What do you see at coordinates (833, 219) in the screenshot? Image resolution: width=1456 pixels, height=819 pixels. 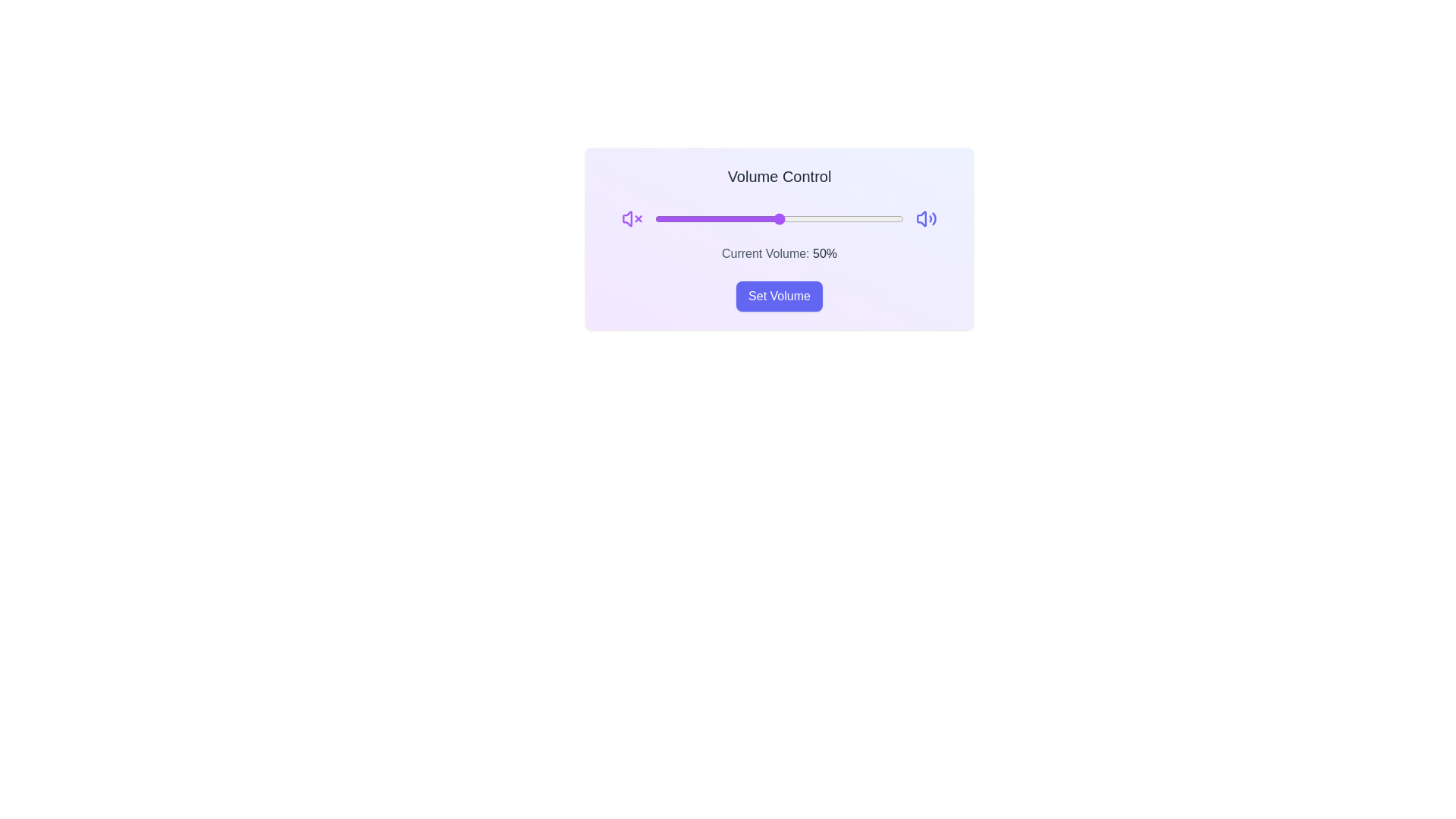 I see `the volume slider to set the volume to 72%` at bounding box center [833, 219].